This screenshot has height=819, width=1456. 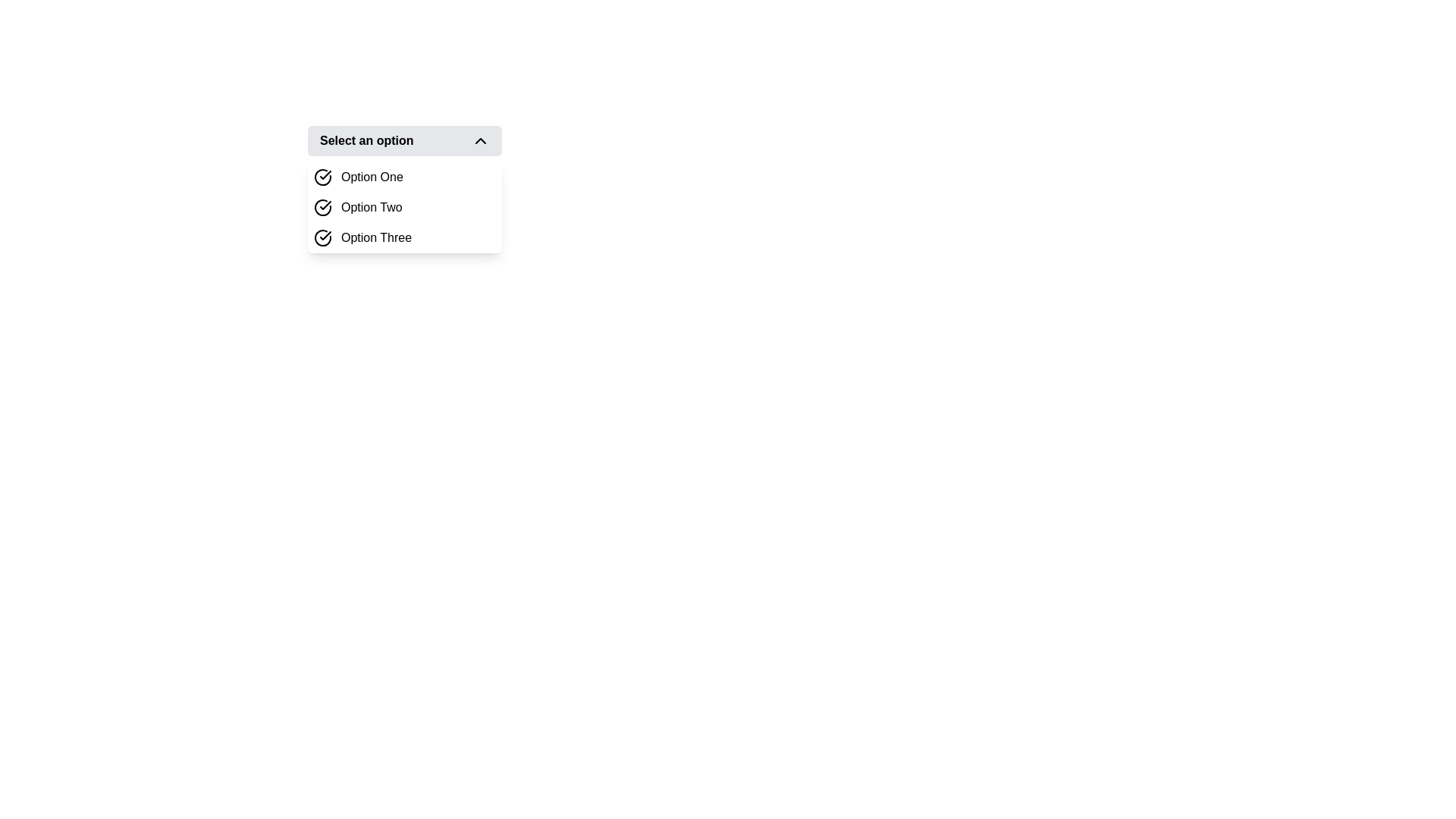 I want to click on the List Item labeled 'Option Two' using keyboard navigation, so click(x=404, y=207).